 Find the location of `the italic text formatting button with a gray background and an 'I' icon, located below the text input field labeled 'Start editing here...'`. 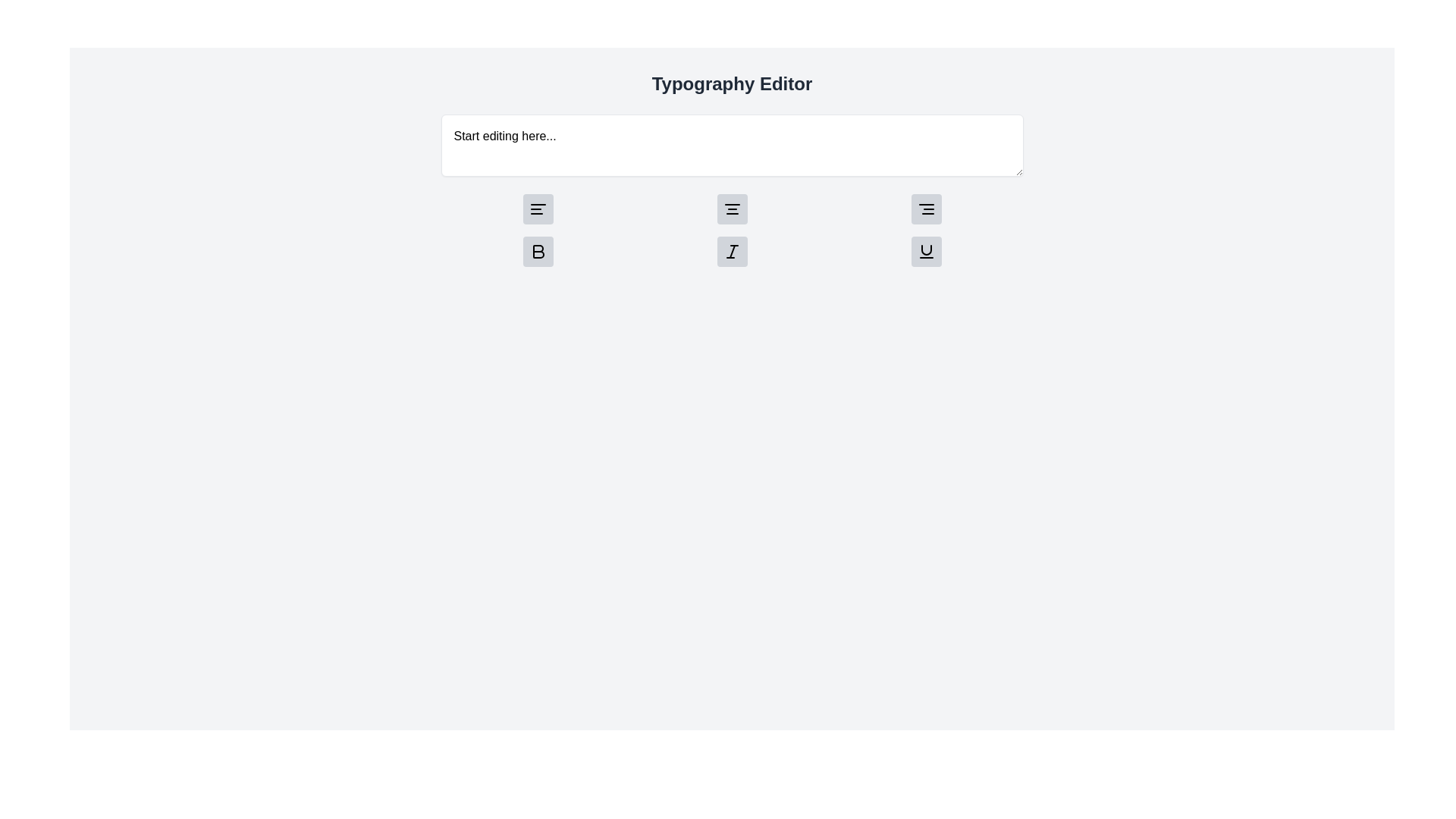

the italic text formatting button with a gray background and an 'I' icon, located below the text input field labeled 'Start editing here...' is located at coordinates (732, 250).